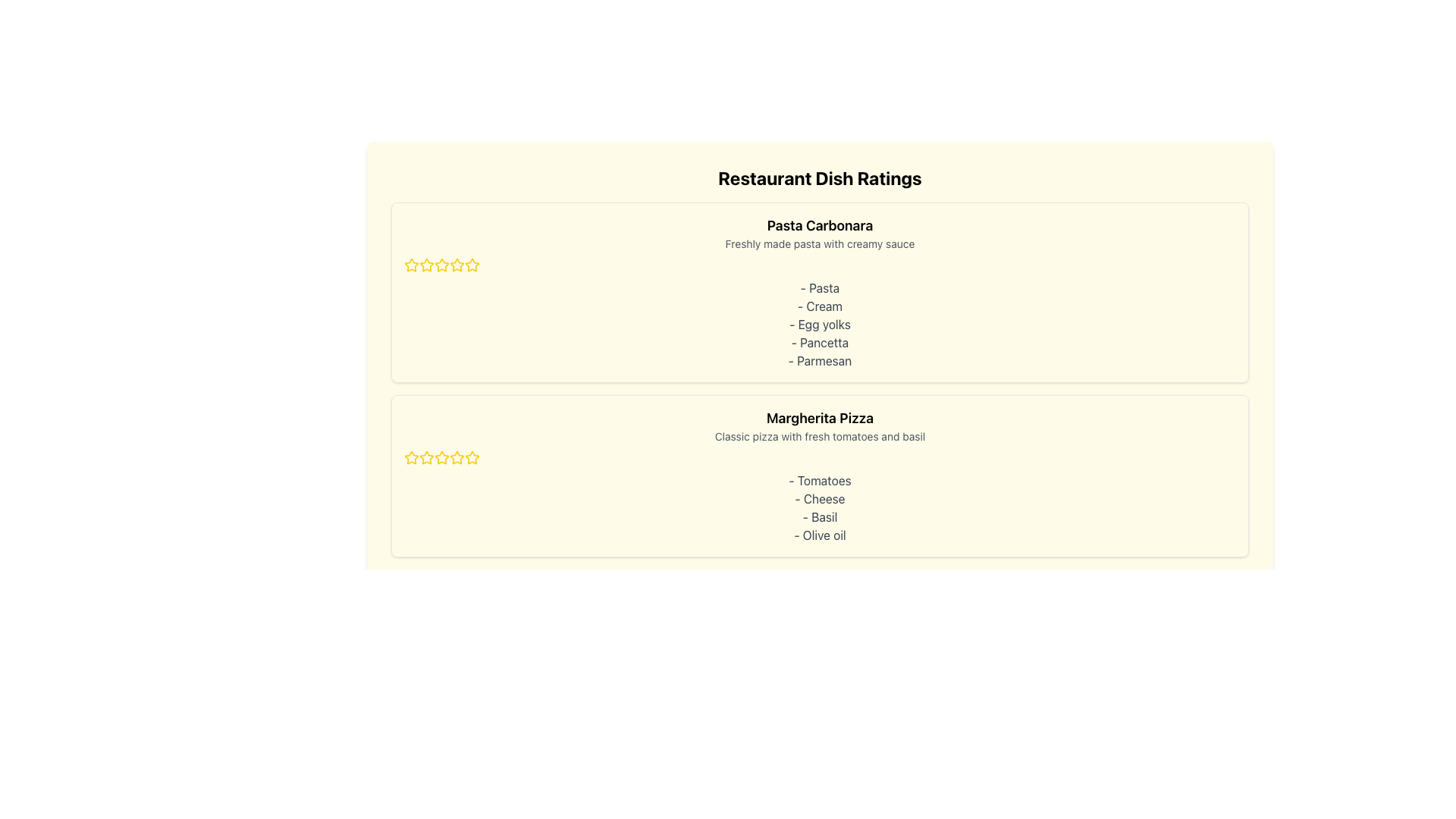 The image size is (1456, 819). What do you see at coordinates (425, 265) in the screenshot?
I see `the third star icon representing the rating for the 'Pasta Carbonara' dish` at bounding box center [425, 265].